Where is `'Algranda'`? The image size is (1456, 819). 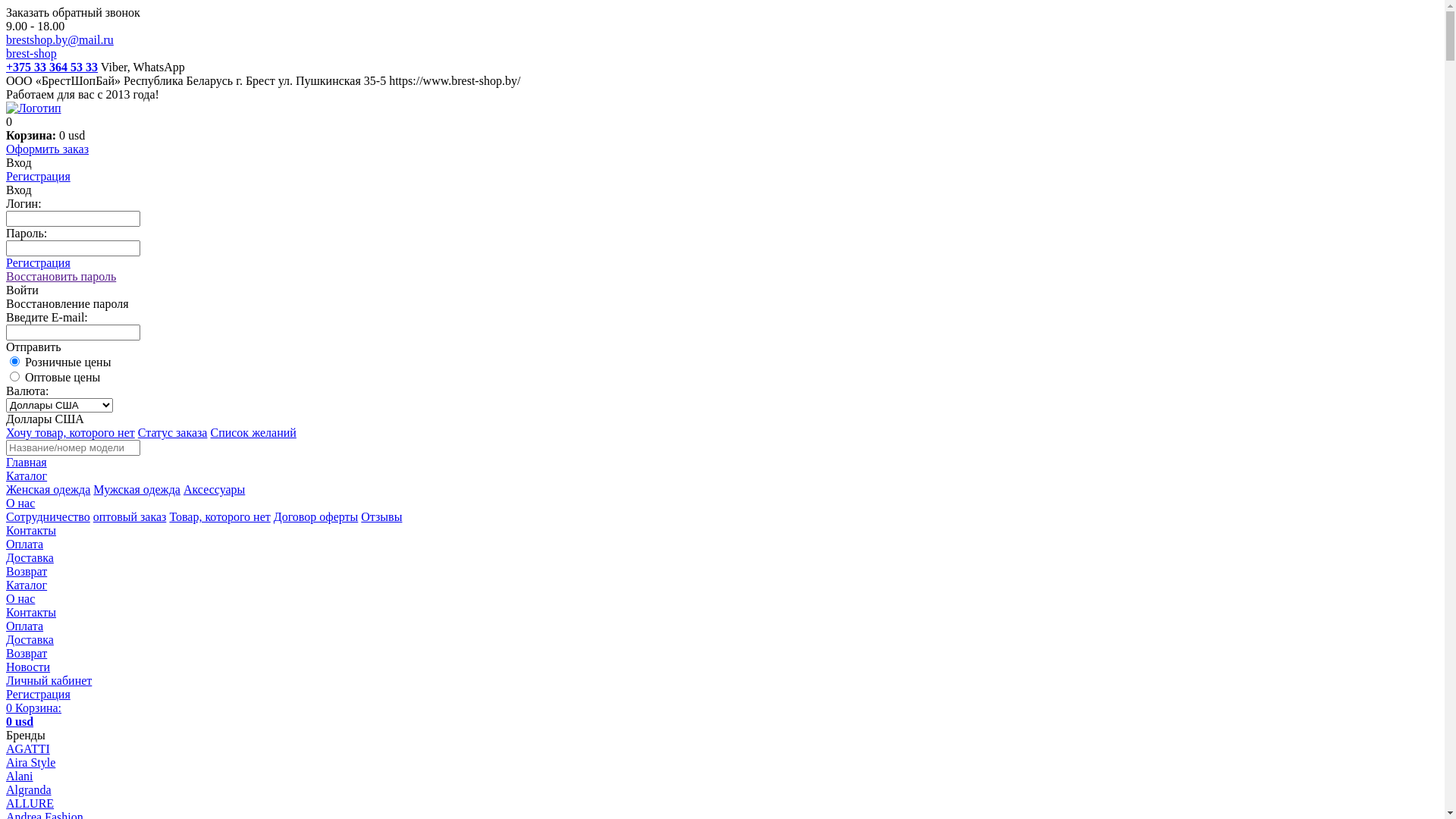
'Algranda' is located at coordinates (29, 789).